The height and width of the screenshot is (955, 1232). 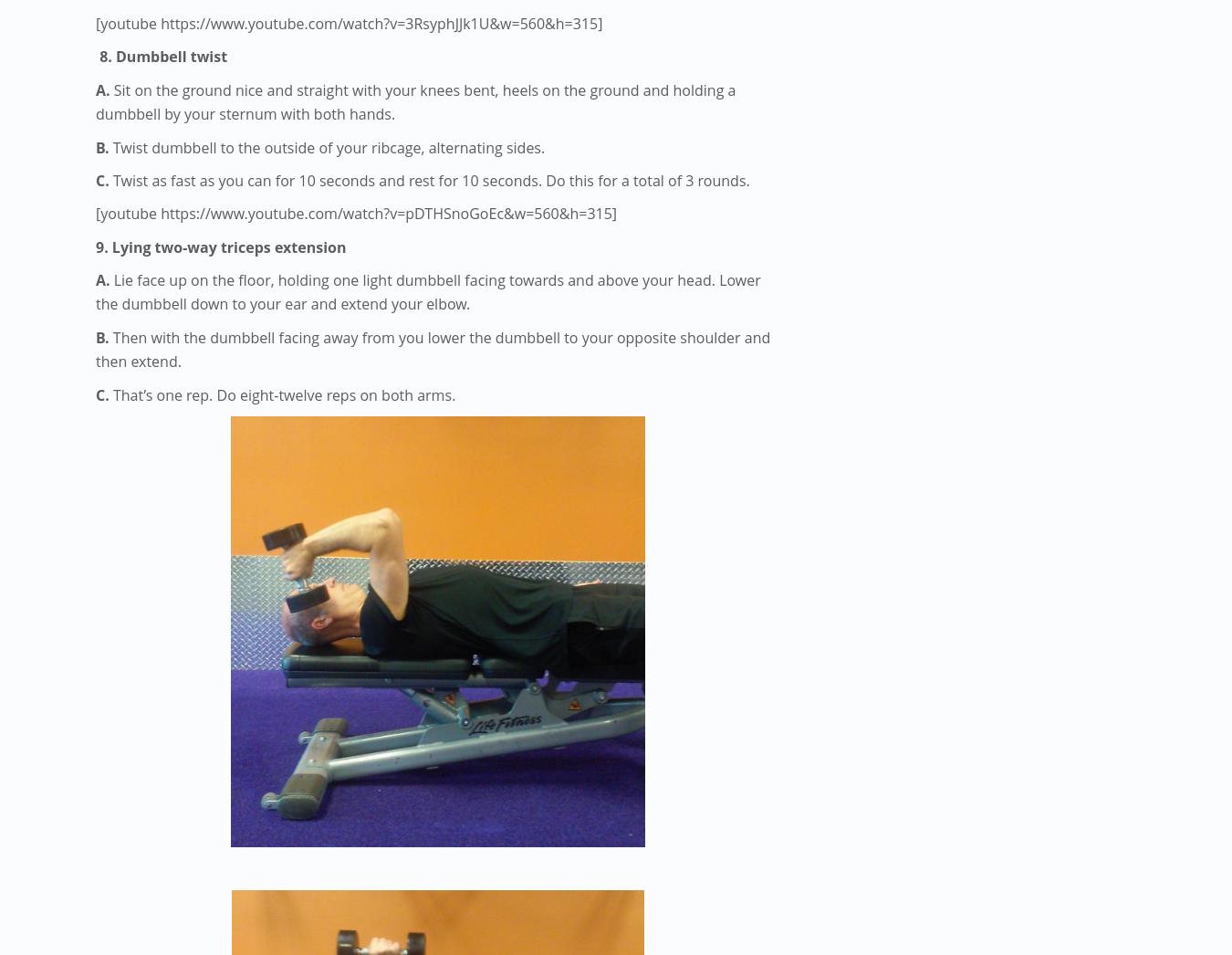 What do you see at coordinates (414, 100) in the screenshot?
I see `'Sit on the ground nice and straight with your knees bent, heels on the ground and holding a dumbbell by your sternum with both hands.'` at bounding box center [414, 100].